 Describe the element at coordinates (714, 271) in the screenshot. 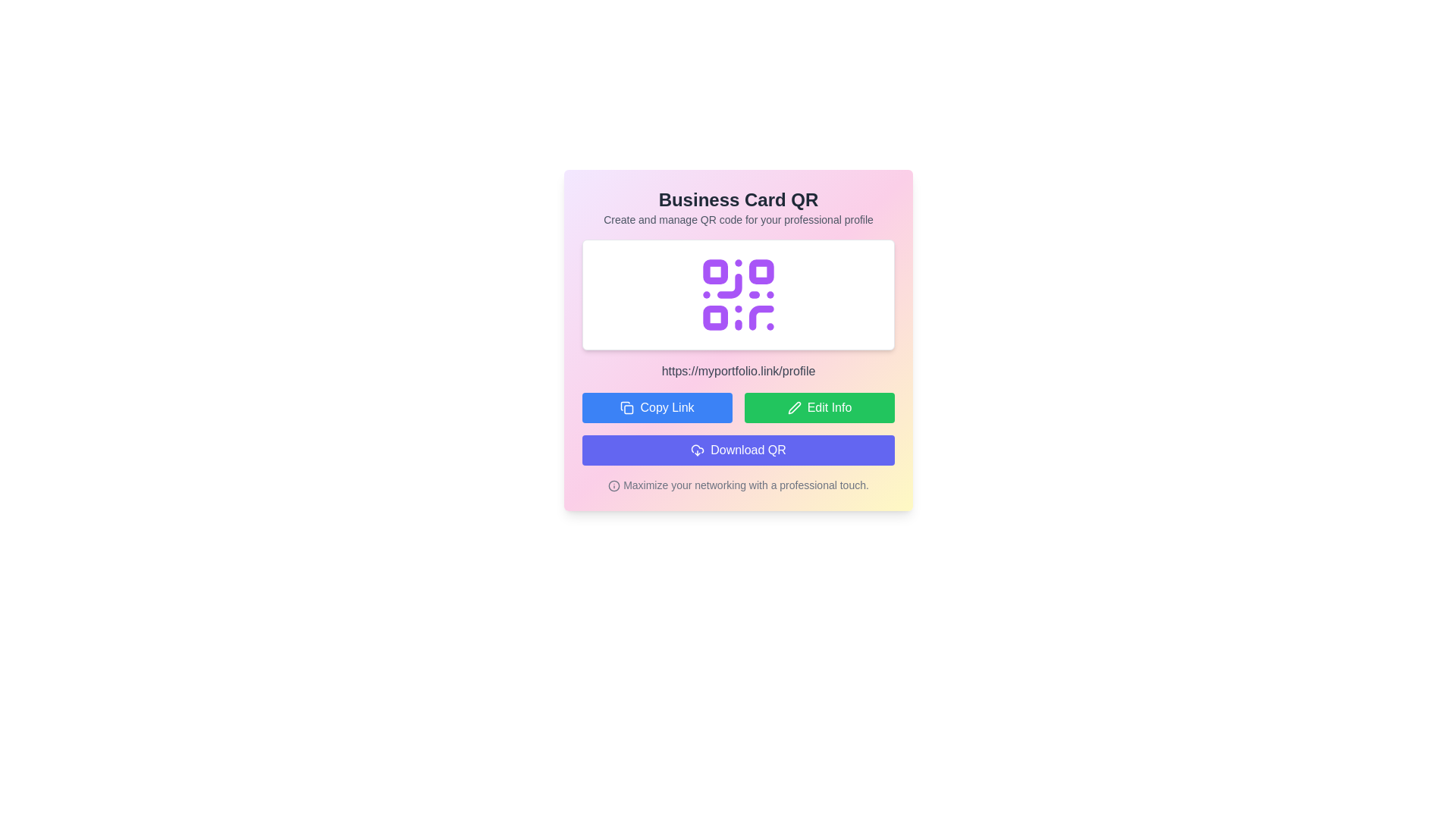

I see `the first square in the top-left section of the QR code graphic, which is part of the QR code's decorative component` at that location.